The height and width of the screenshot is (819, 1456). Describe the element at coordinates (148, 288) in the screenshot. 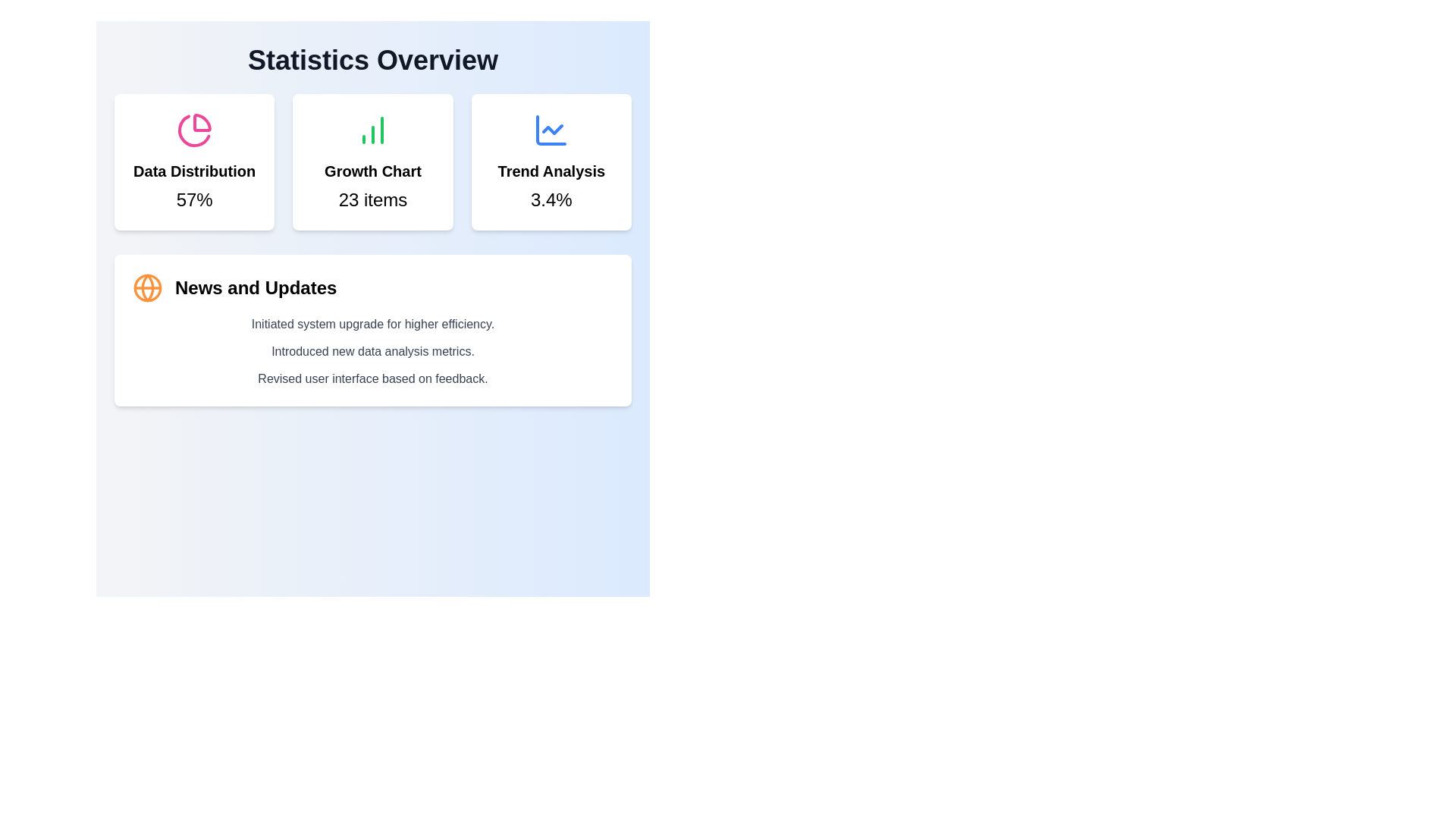

I see `the decorative icon located at the top-left corner of the 'News and Updates' section to identify it` at that location.